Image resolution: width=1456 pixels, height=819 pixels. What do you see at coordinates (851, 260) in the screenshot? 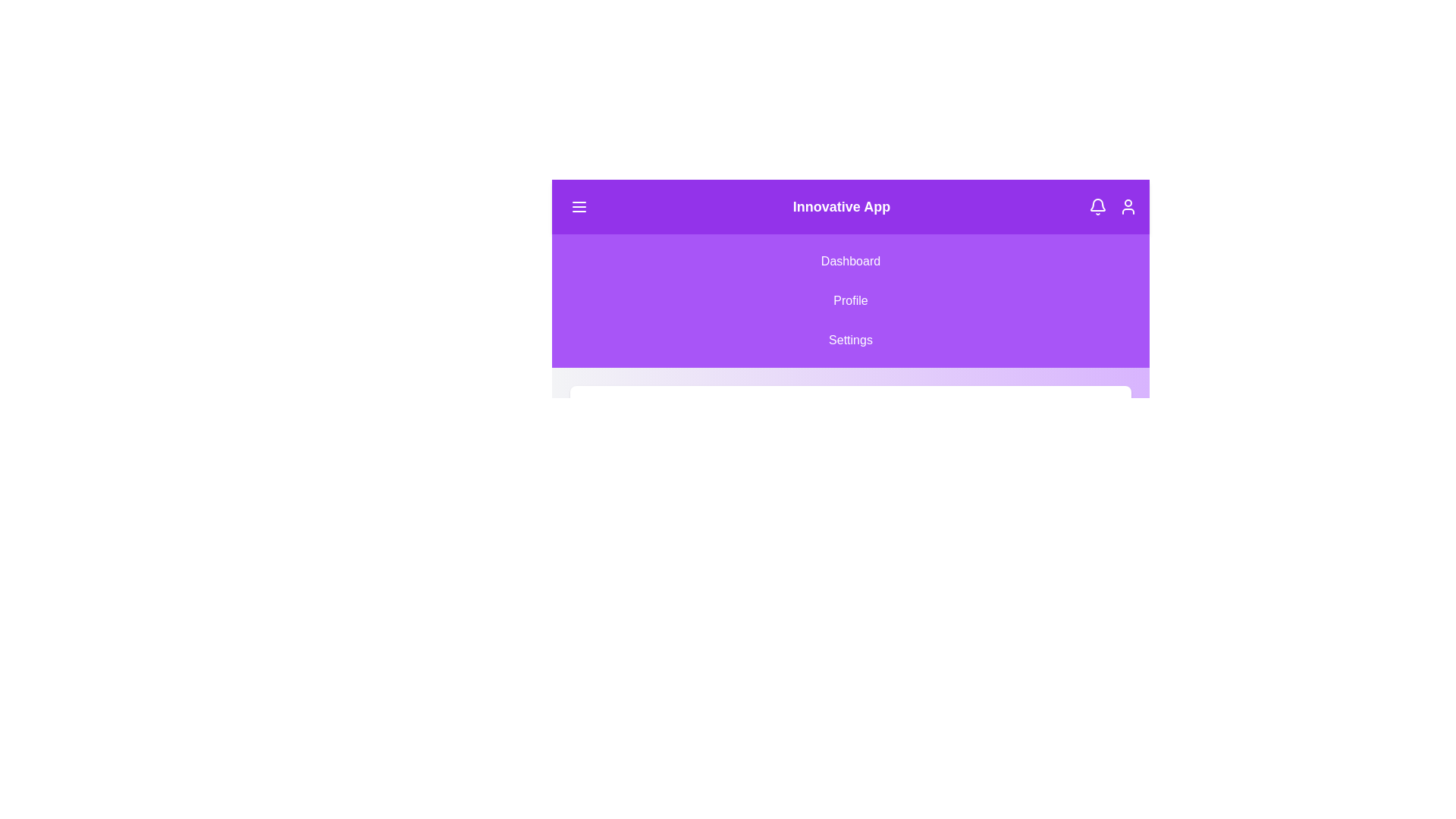
I see `the Dashboard from the navigation menu` at bounding box center [851, 260].